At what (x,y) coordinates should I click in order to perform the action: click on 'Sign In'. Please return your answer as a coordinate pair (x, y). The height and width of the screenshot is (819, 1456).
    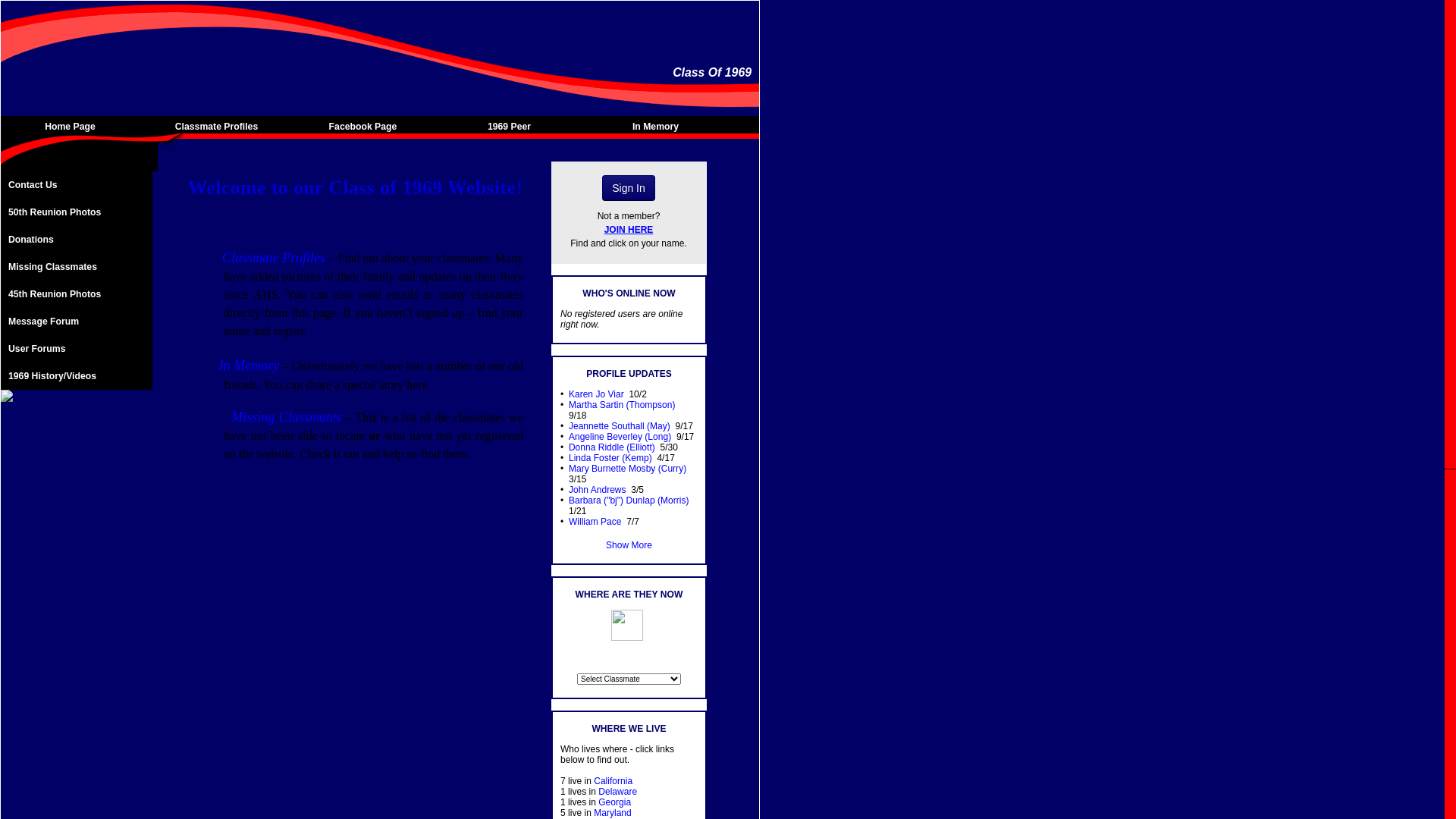
    Looking at the image, I should click on (629, 187).